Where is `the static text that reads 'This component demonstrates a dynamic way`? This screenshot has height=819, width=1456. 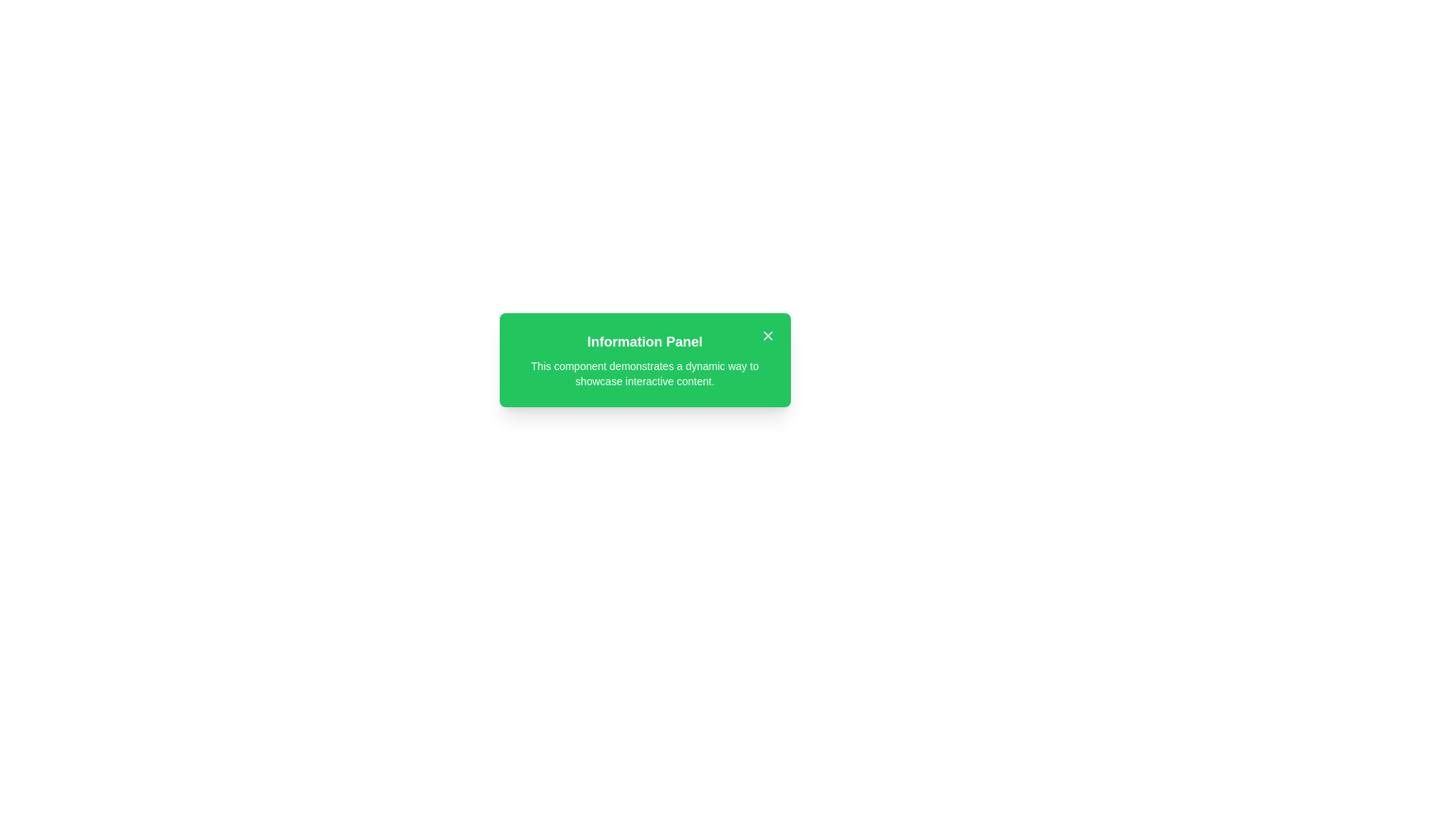
the static text that reads 'This component demonstrates a dynamic way is located at coordinates (645, 374).